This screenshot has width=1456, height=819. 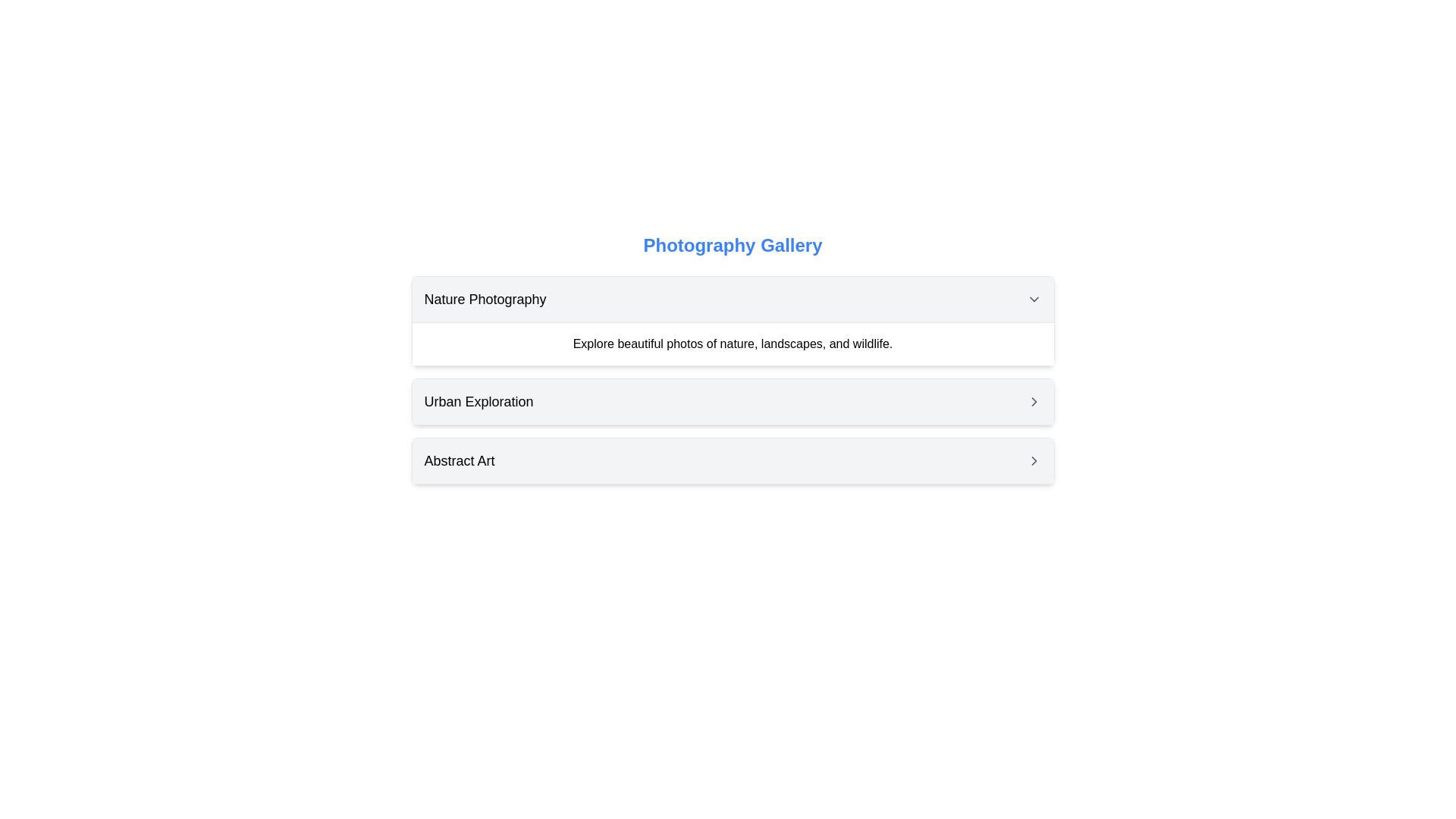 I want to click on the text label 'Urban Exploration', so click(x=478, y=400).